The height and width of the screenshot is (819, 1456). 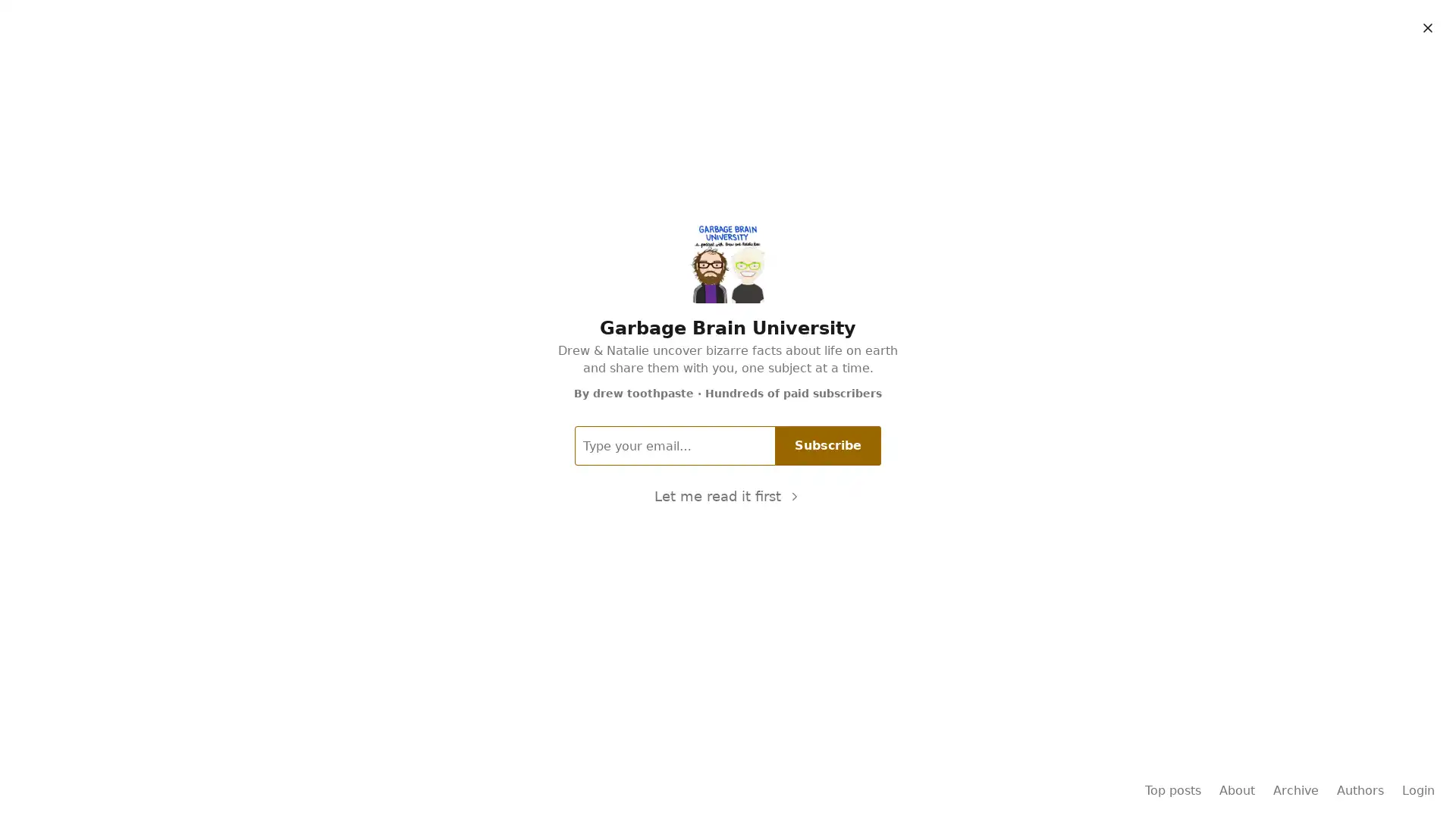 What do you see at coordinates (783, 66) in the screenshot?
I see `About` at bounding box center [783, 66].